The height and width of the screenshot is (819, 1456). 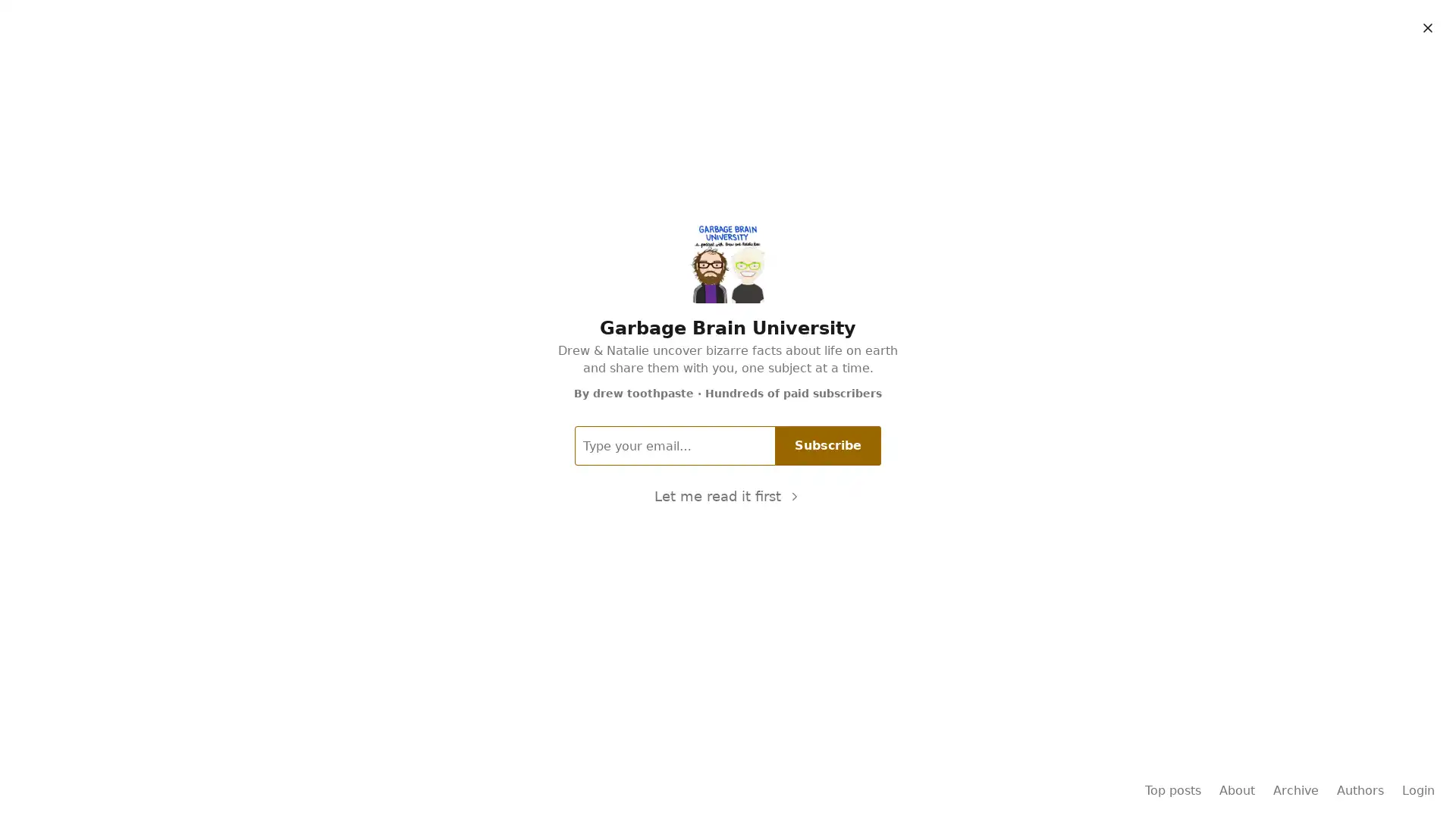 What do you see at coordinates (783, 66) in the screenshot?
I see `About` at bounding box center [783, 66].